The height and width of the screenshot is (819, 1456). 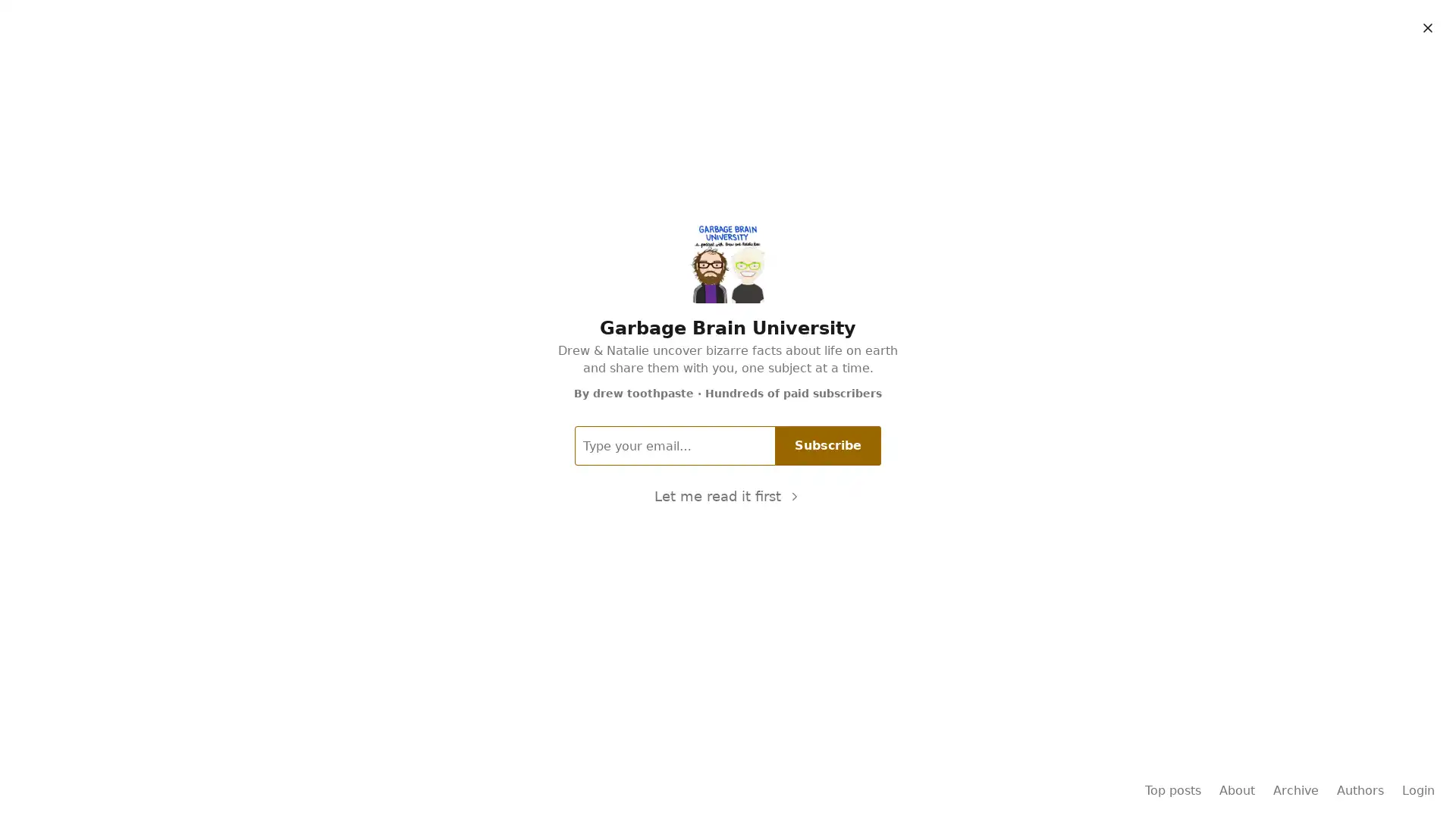 What do you see at coordinates (783, 66) in the screenshot?
I see `About` at bounding box center [783, 66].